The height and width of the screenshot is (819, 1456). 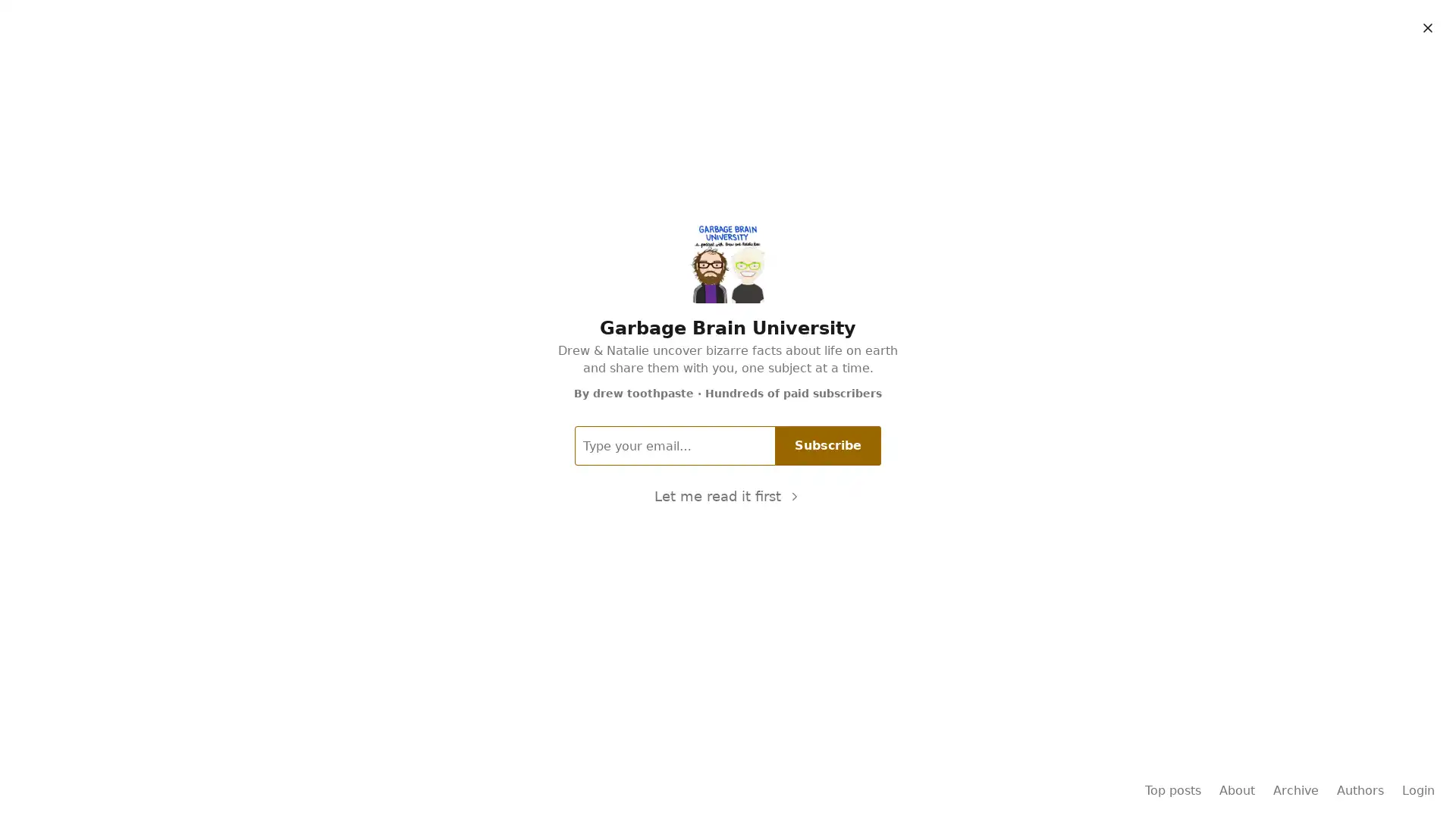 What do you see at coordinates (783, 66) in the screenshot?
I see `About` at bounding box center [783, 66].